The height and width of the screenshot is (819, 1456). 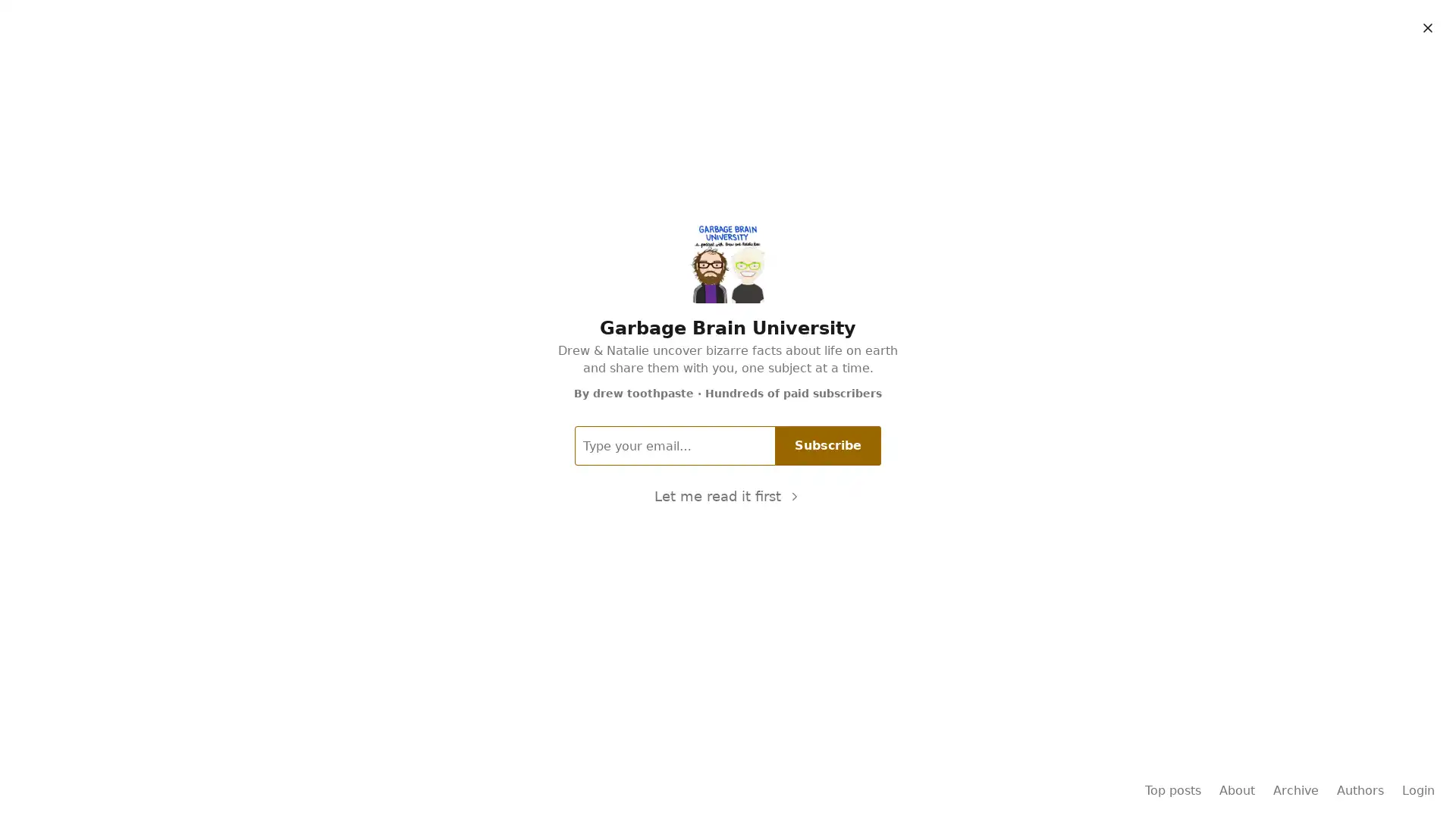 What do you see at coordinates (783, 66) in the screenshot?
I see `About` at bounding box center [783, 66].